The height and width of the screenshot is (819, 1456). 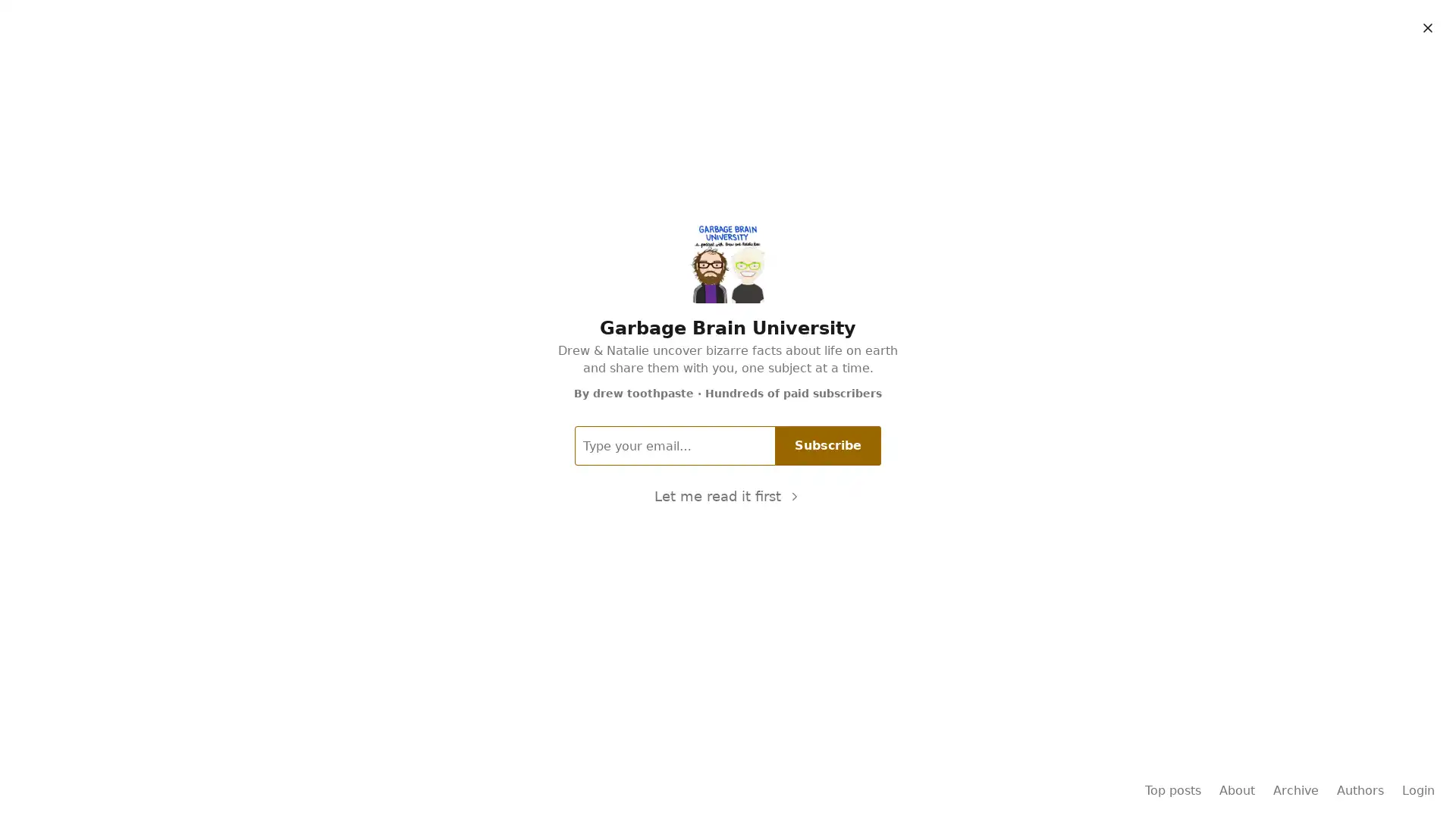 What do you see at coordinates (783, 66) in the screenshot?
I see `About` at bounding box center [783, 66].